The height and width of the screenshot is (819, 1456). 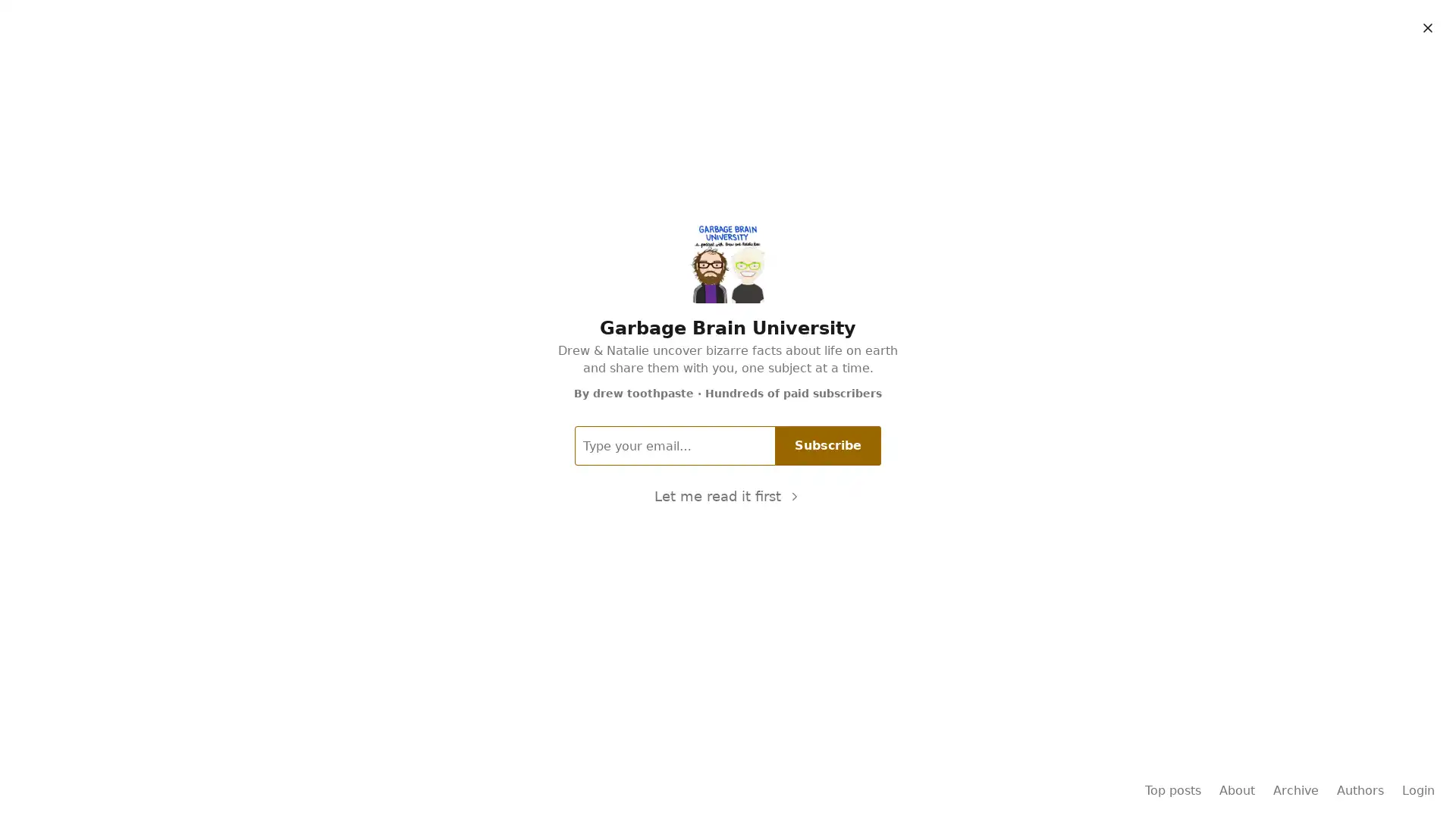 What do you see at coordinates (783, 66) in the screenshot?
I see `About` at bounding box center [783, 66].